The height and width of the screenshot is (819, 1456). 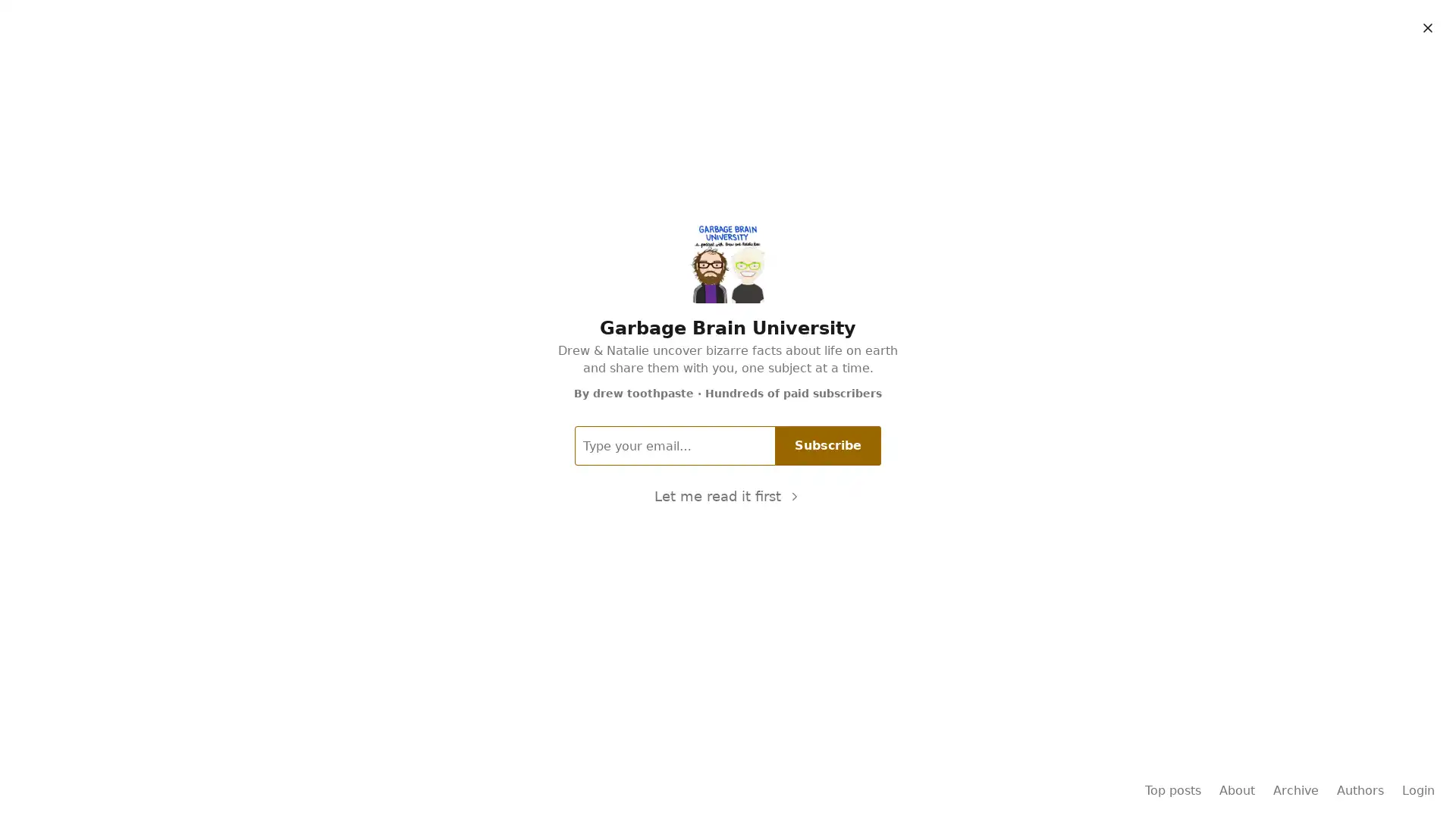 What do you see at coordinates (783, 66) in the screenshot?
I see `About` at bounding box center [783, 66].